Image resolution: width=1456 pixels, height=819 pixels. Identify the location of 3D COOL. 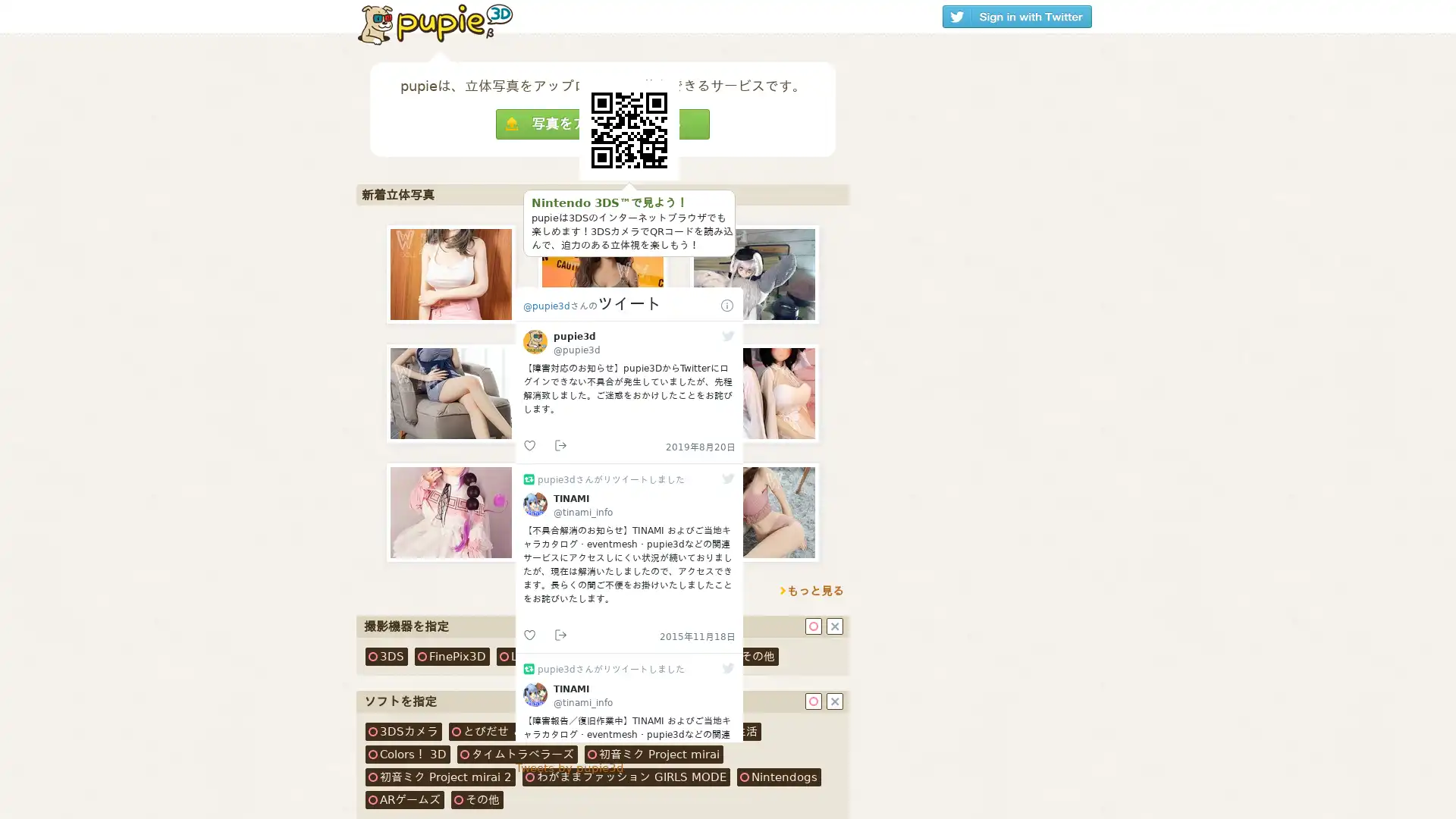
(619, 656).